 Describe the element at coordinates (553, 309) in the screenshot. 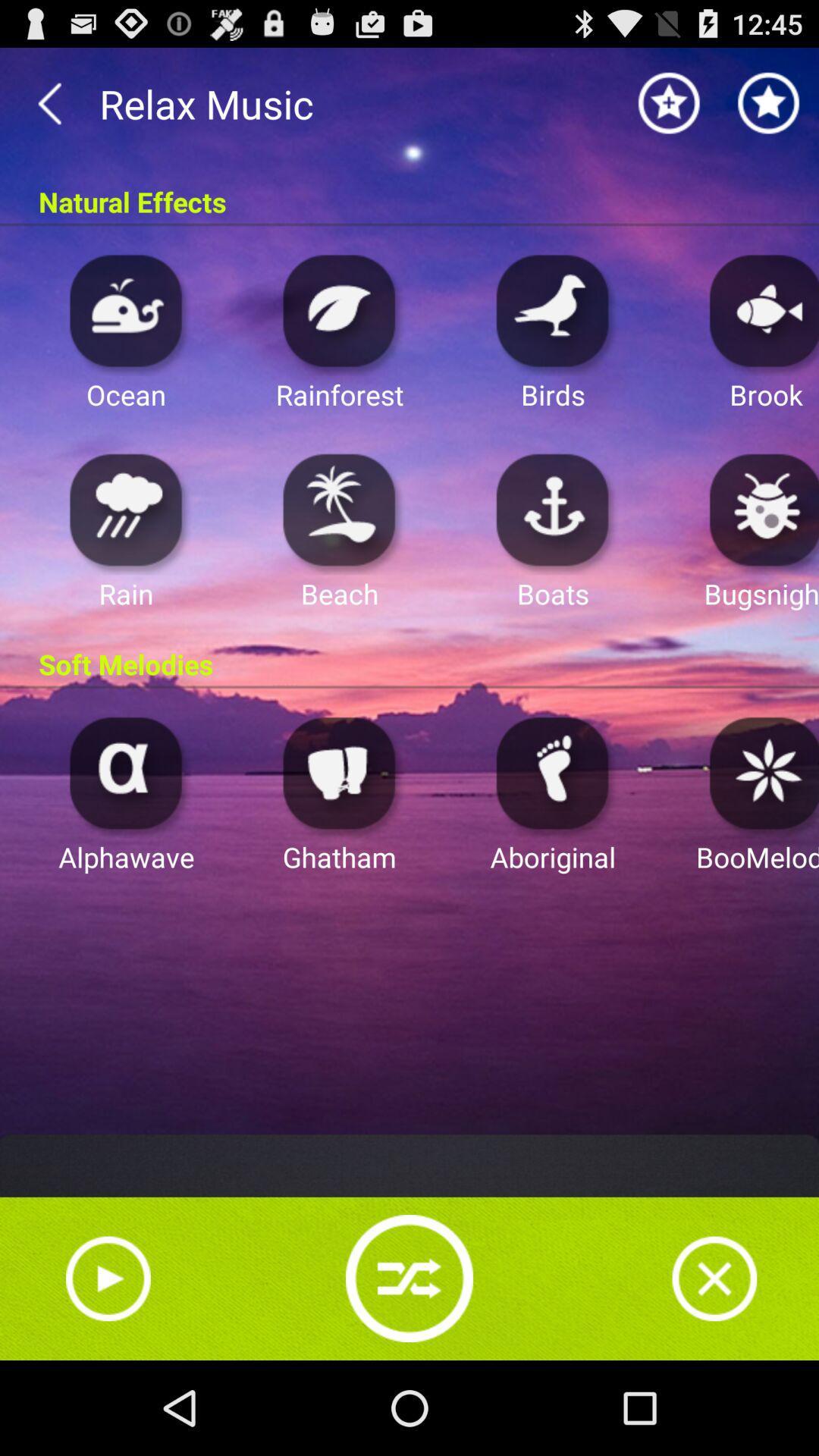

I see `open app` at that location.